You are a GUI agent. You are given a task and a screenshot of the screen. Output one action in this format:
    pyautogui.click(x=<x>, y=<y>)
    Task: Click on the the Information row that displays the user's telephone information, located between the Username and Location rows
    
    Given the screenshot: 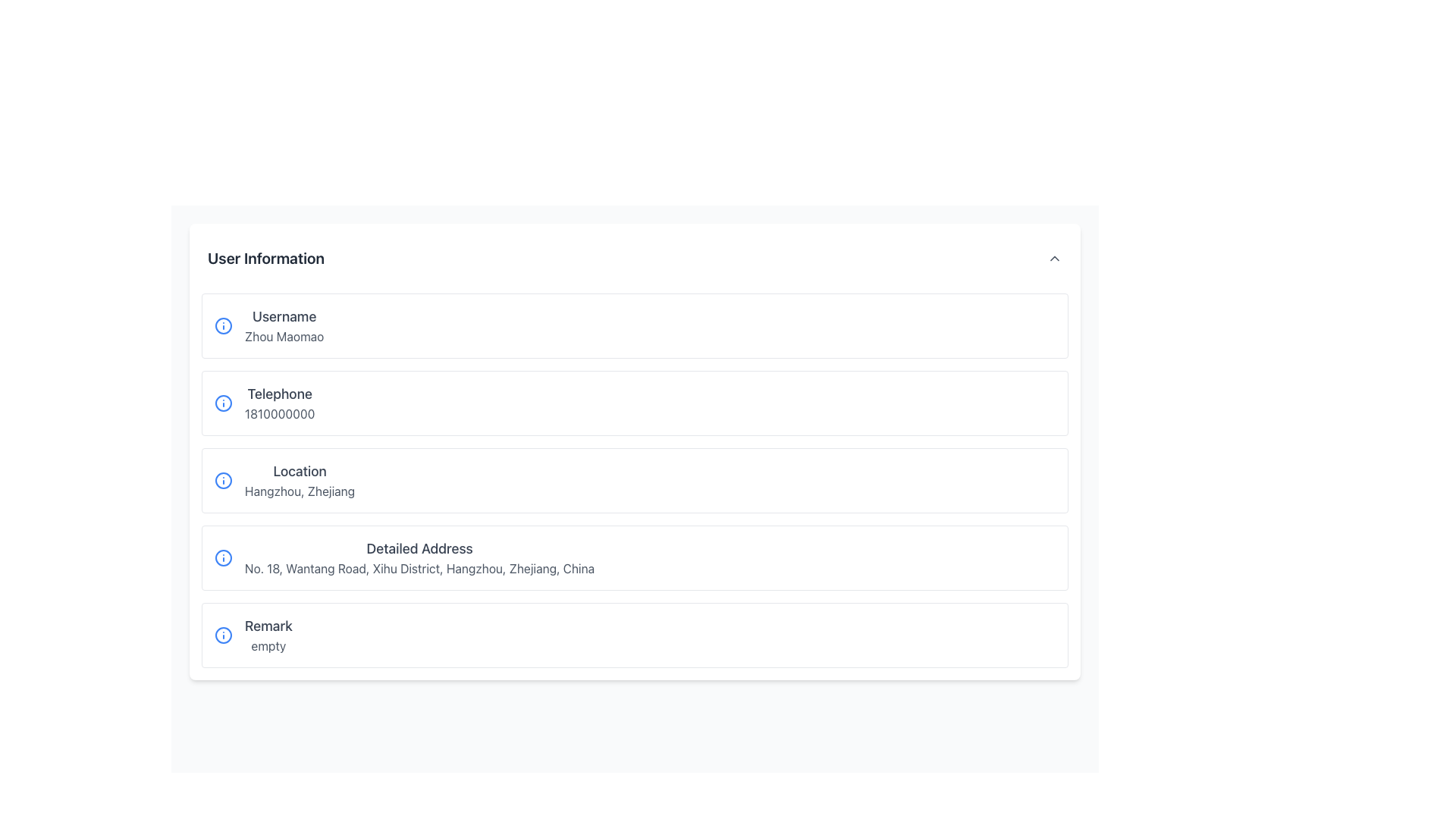 What is the action you would take?
    pyautogui.click(x=635, y=403)
    